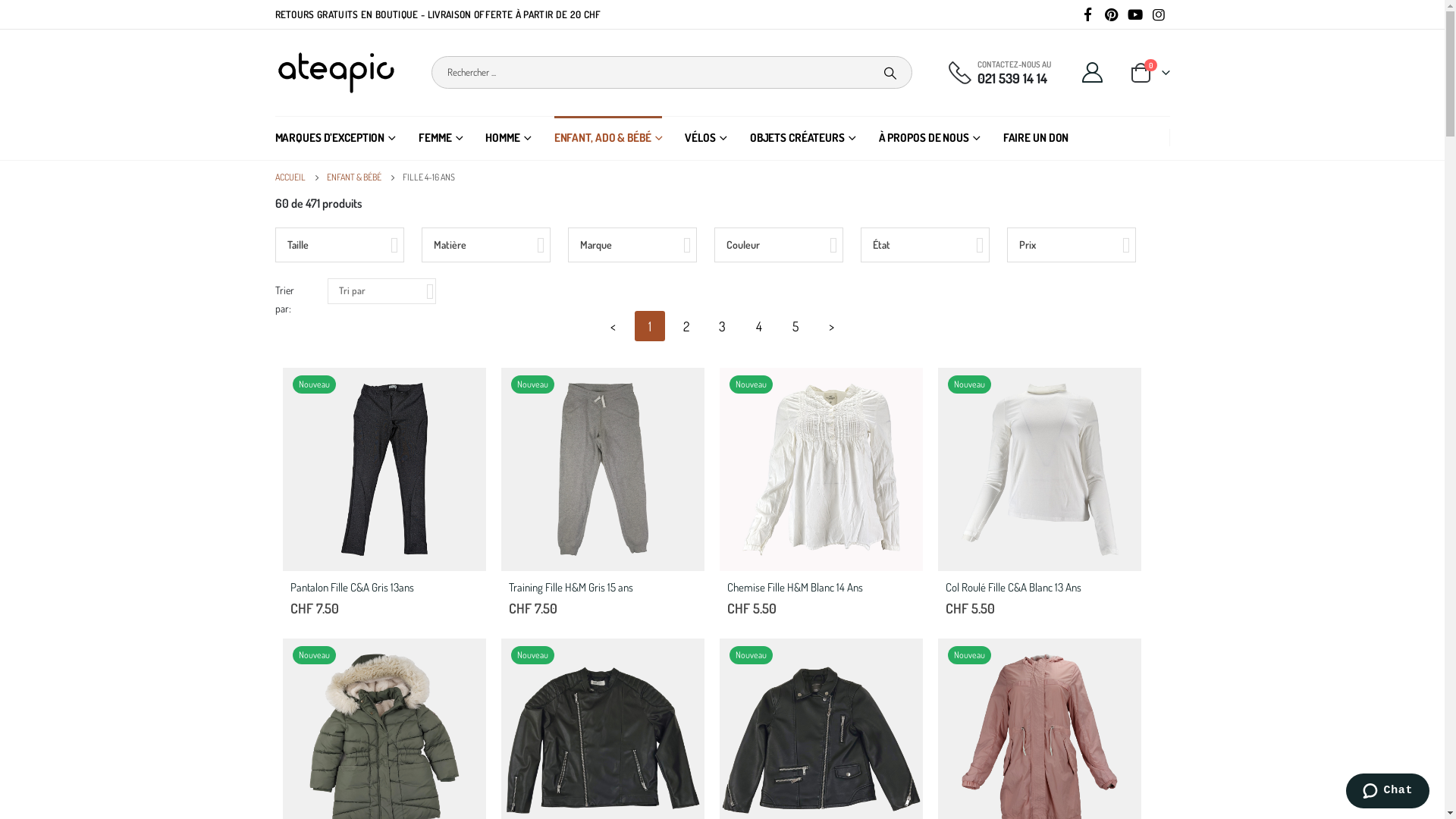 This screenshot has width=1456, height=819. I want to click on 'ACCUEIL', so click(274, 177).